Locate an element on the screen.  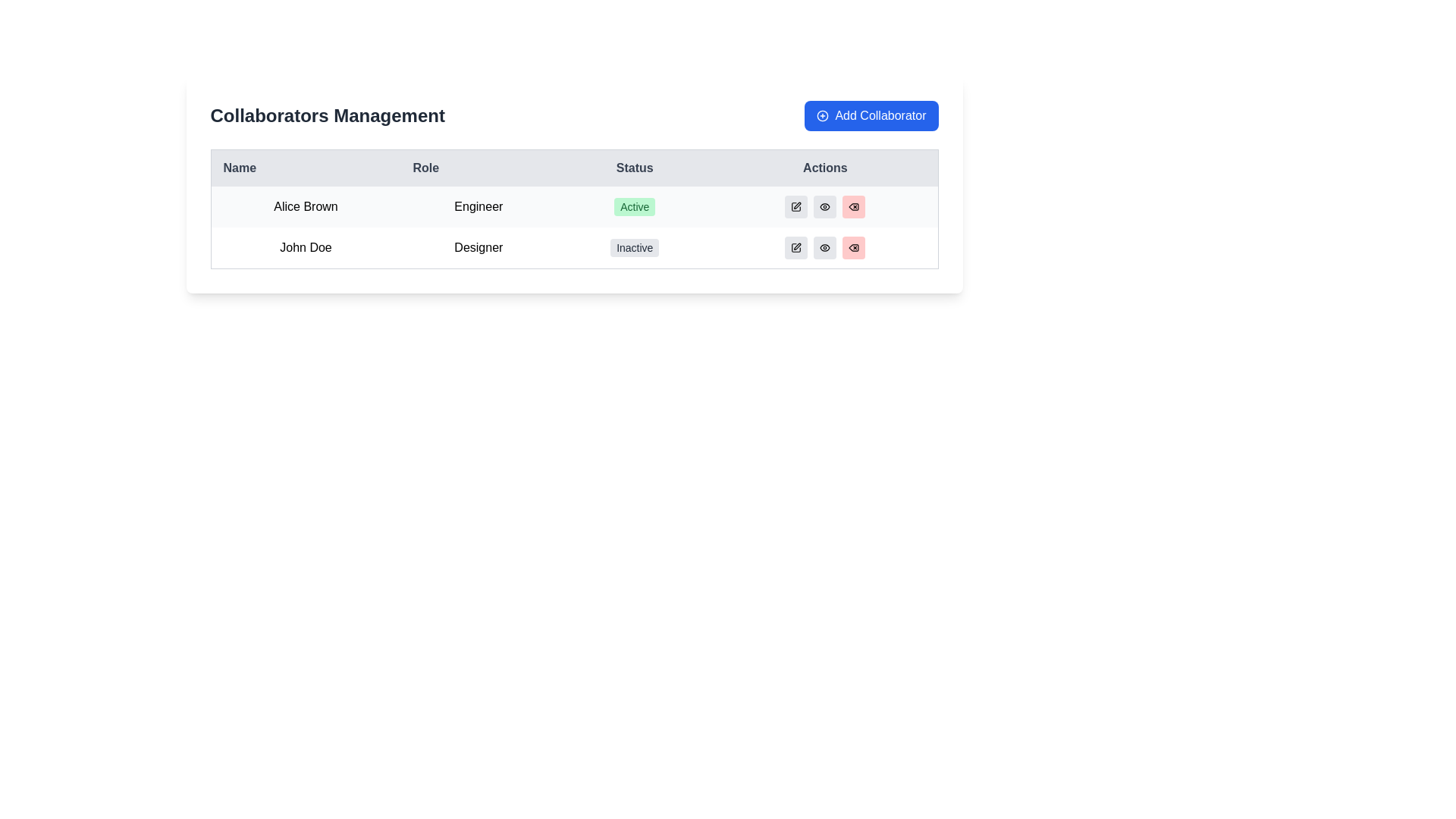
the text label identifying the name of an individual located in the second row of the table under the 'Name' column is located at coordinates (305, 247).